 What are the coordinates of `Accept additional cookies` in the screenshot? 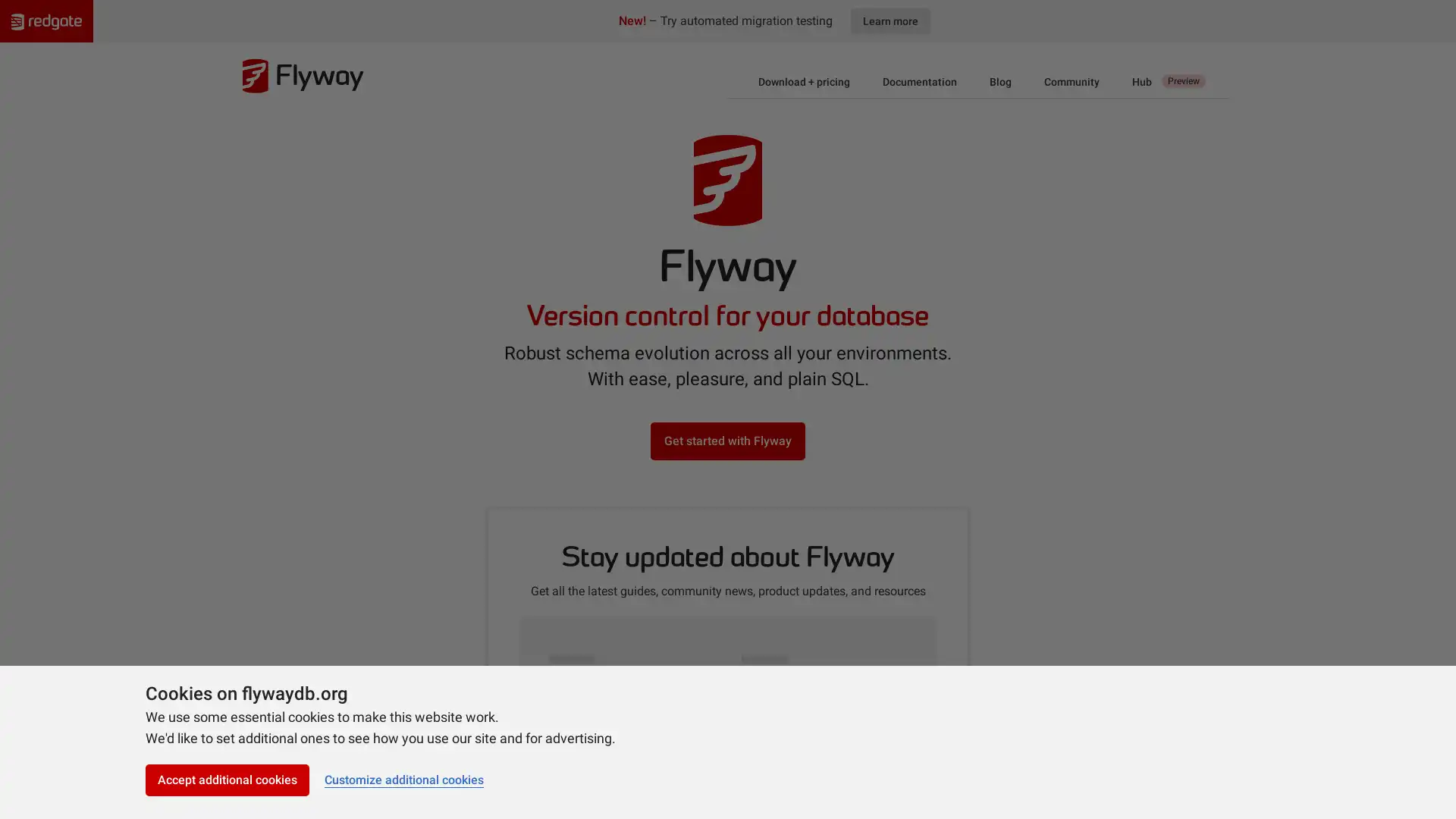 It's located at (226, 780).